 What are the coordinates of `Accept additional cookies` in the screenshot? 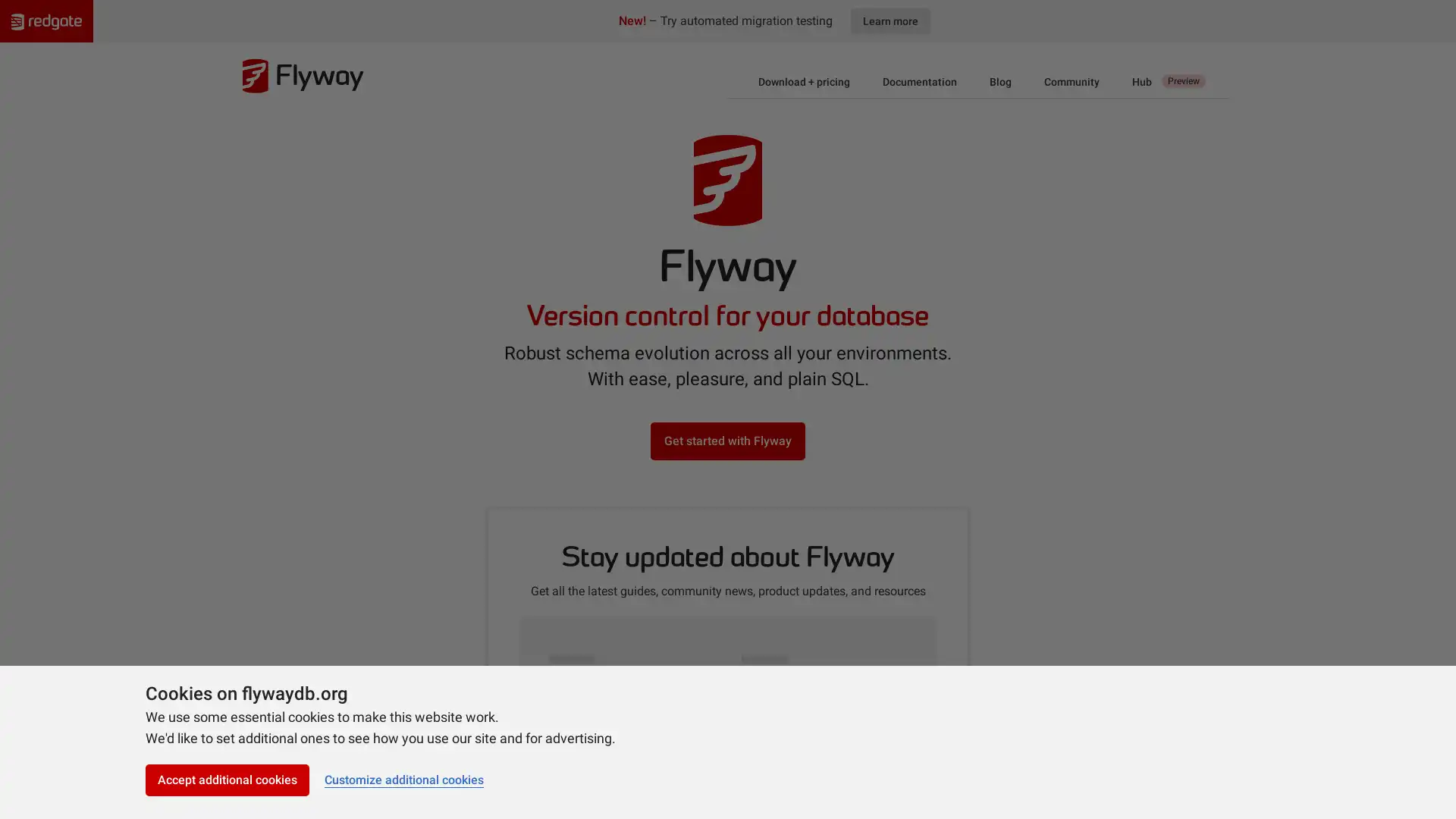 It's located at (226, 780).